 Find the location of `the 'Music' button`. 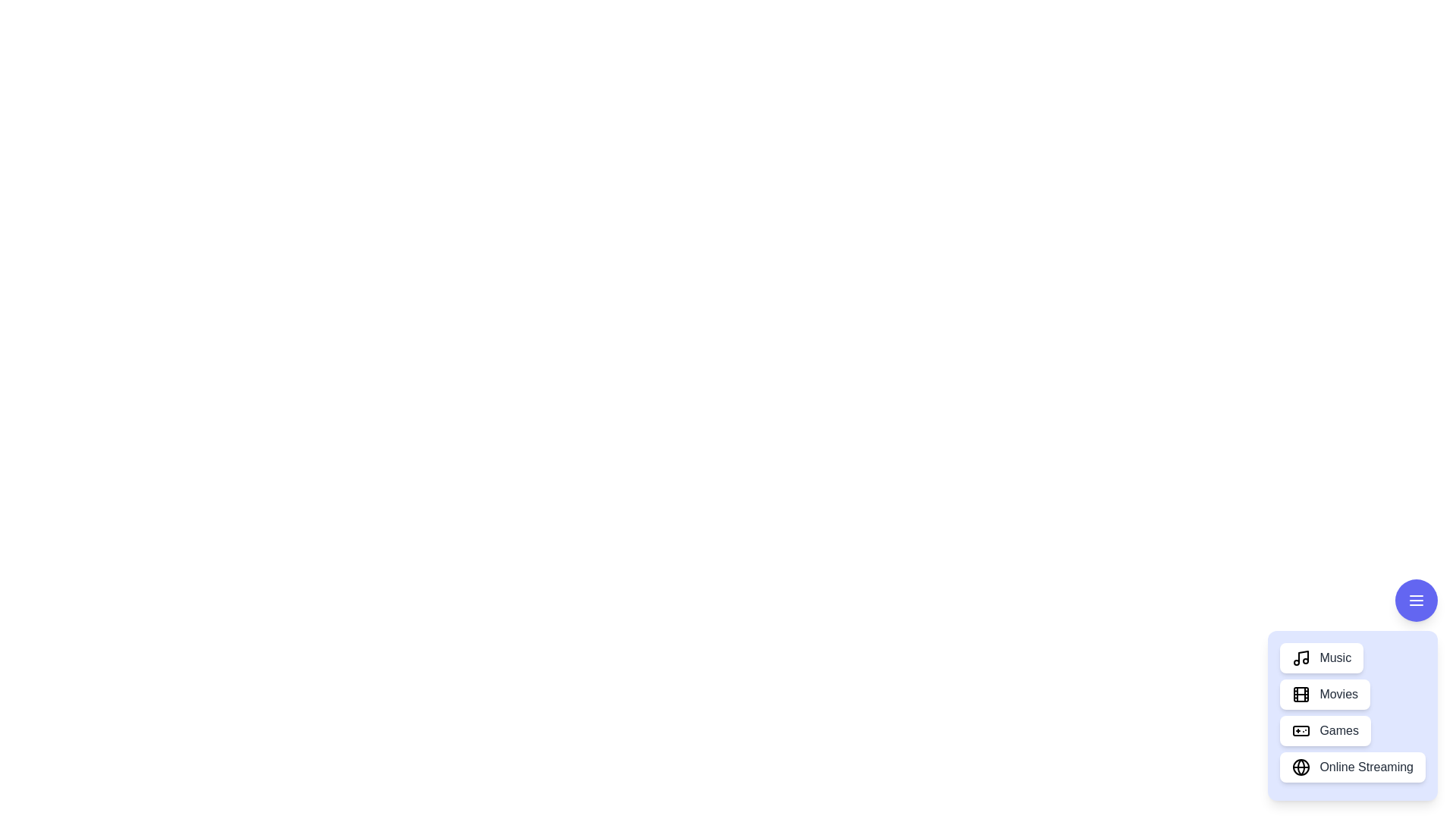

the 'Music' button is located at coordinates (1320, 657).